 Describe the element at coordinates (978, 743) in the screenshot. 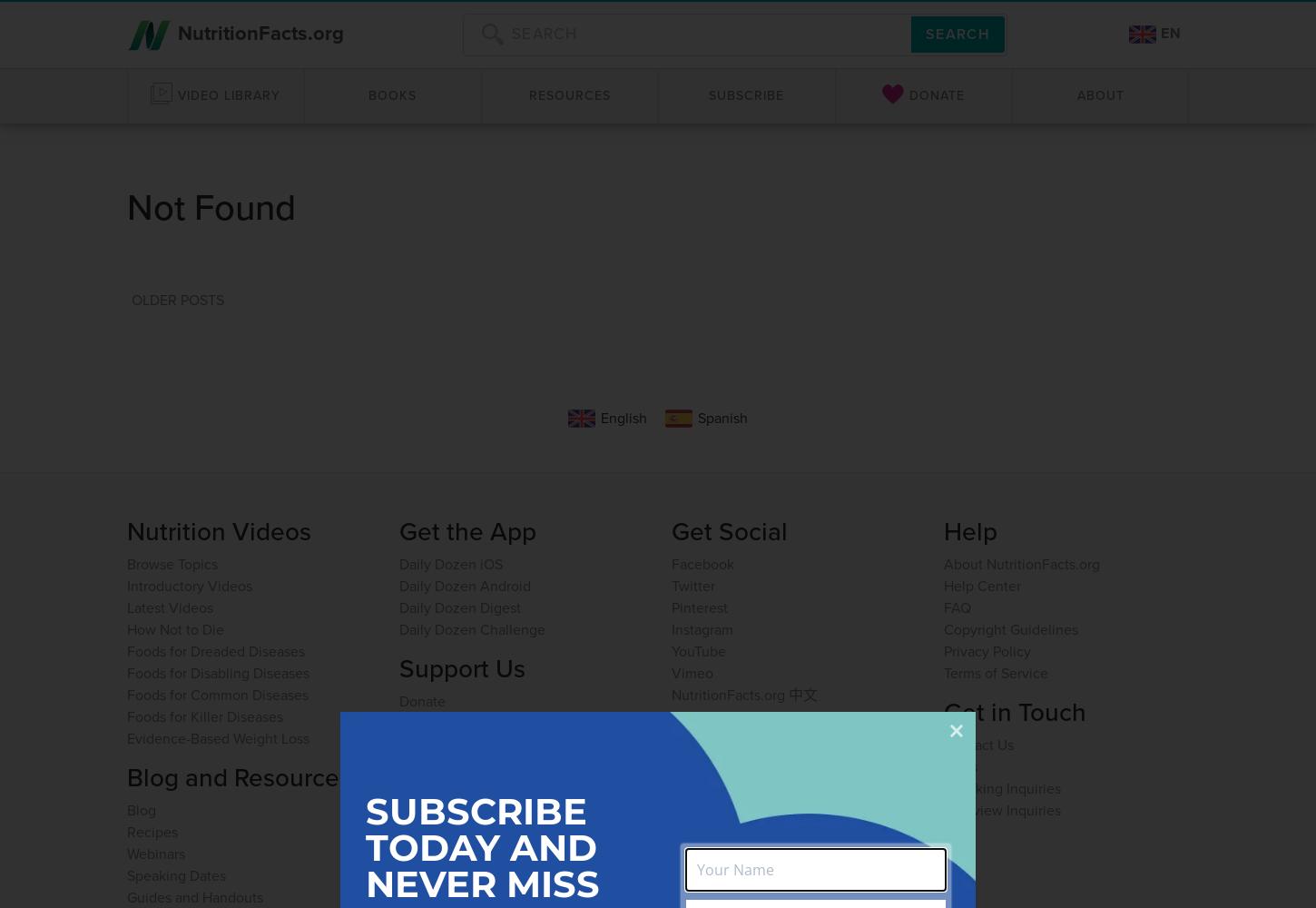

I see `'Contact Us'` at that location.